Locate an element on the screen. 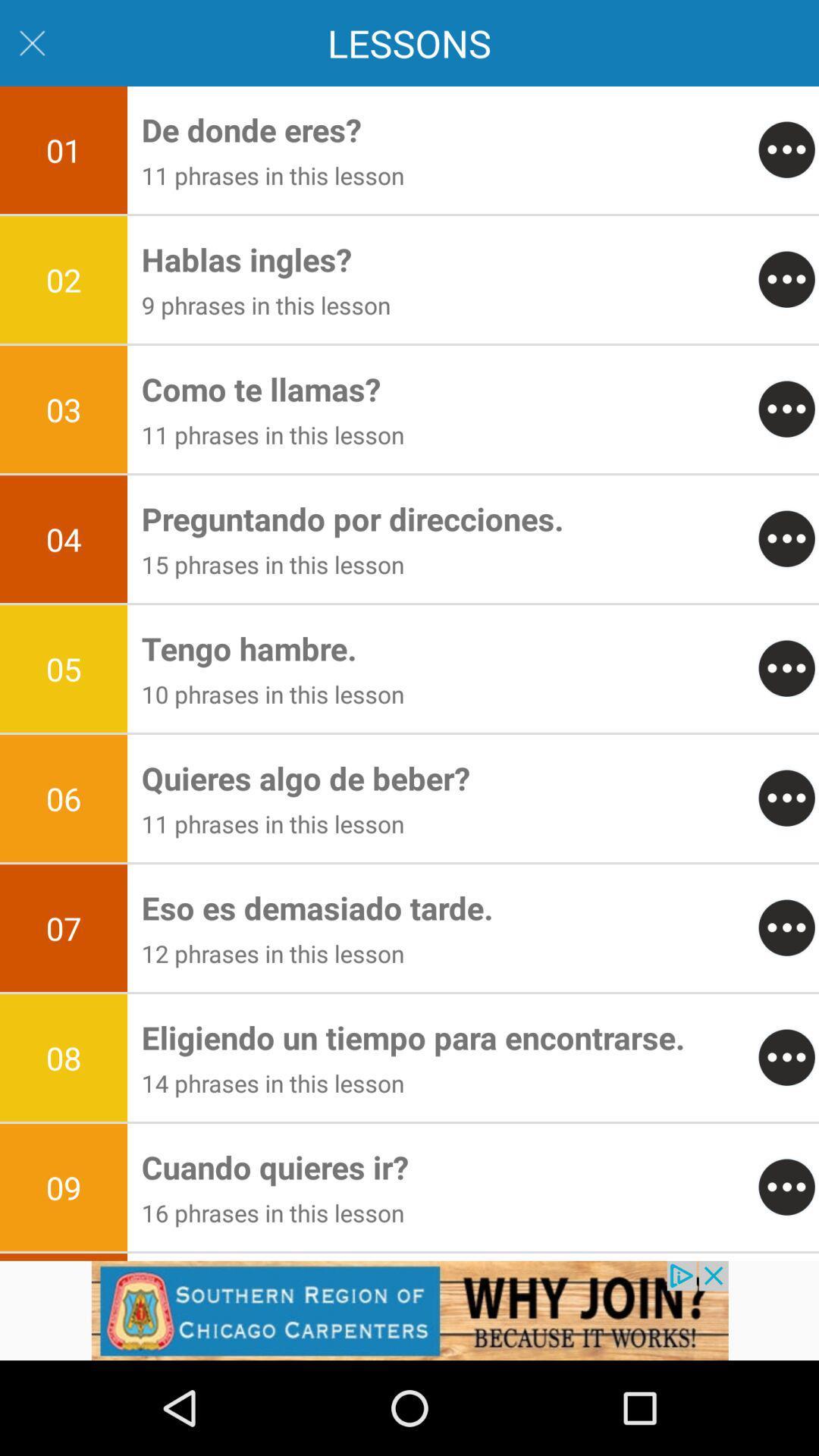  read advertisement is located at coordinates (409, 1310).